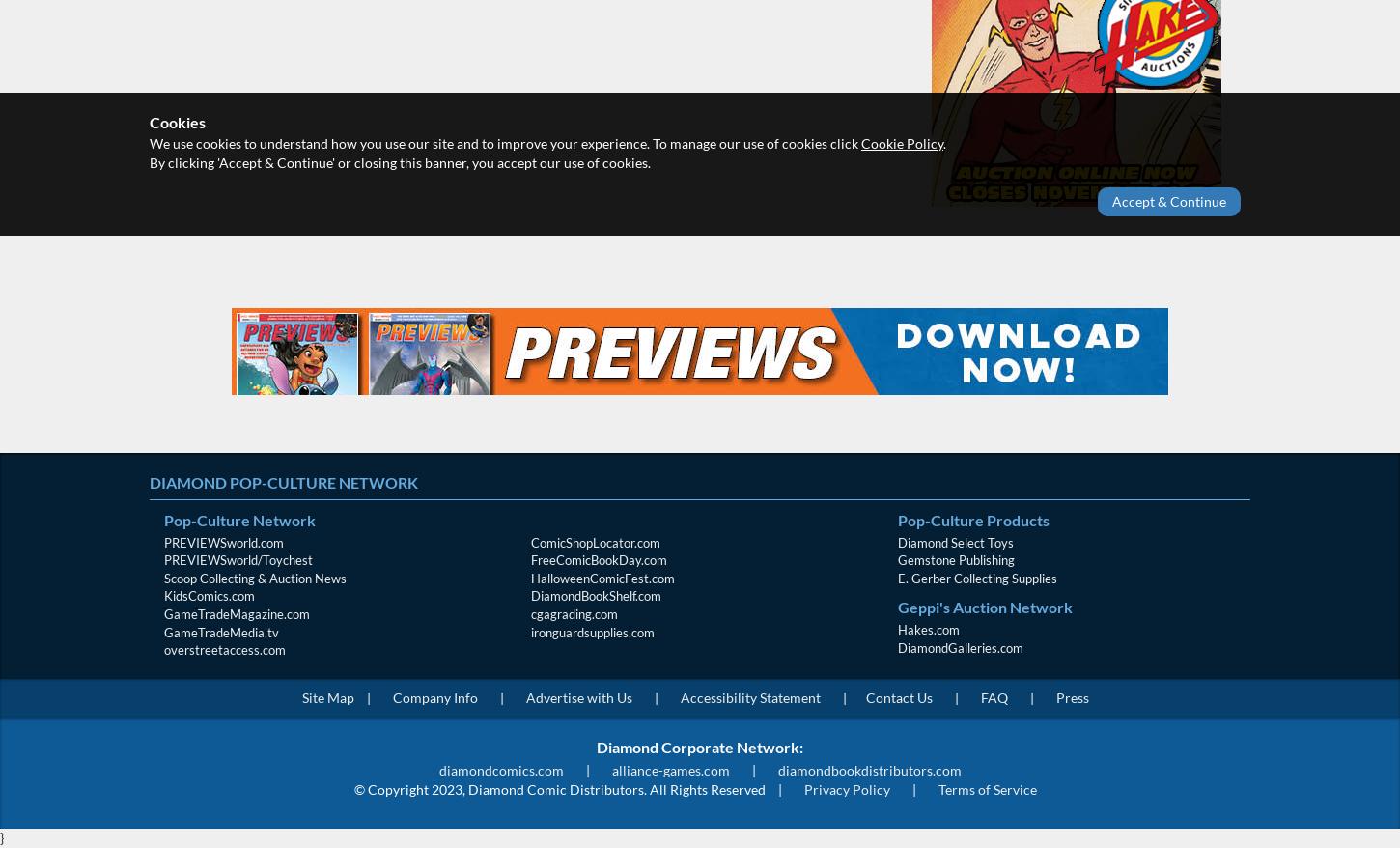 The height and width of the screenshot is (848, 1400). What do you see at coordinates (668, 768) in the screenshot?
I see `'alliance-games.com'` at bounding box center [668, 768].